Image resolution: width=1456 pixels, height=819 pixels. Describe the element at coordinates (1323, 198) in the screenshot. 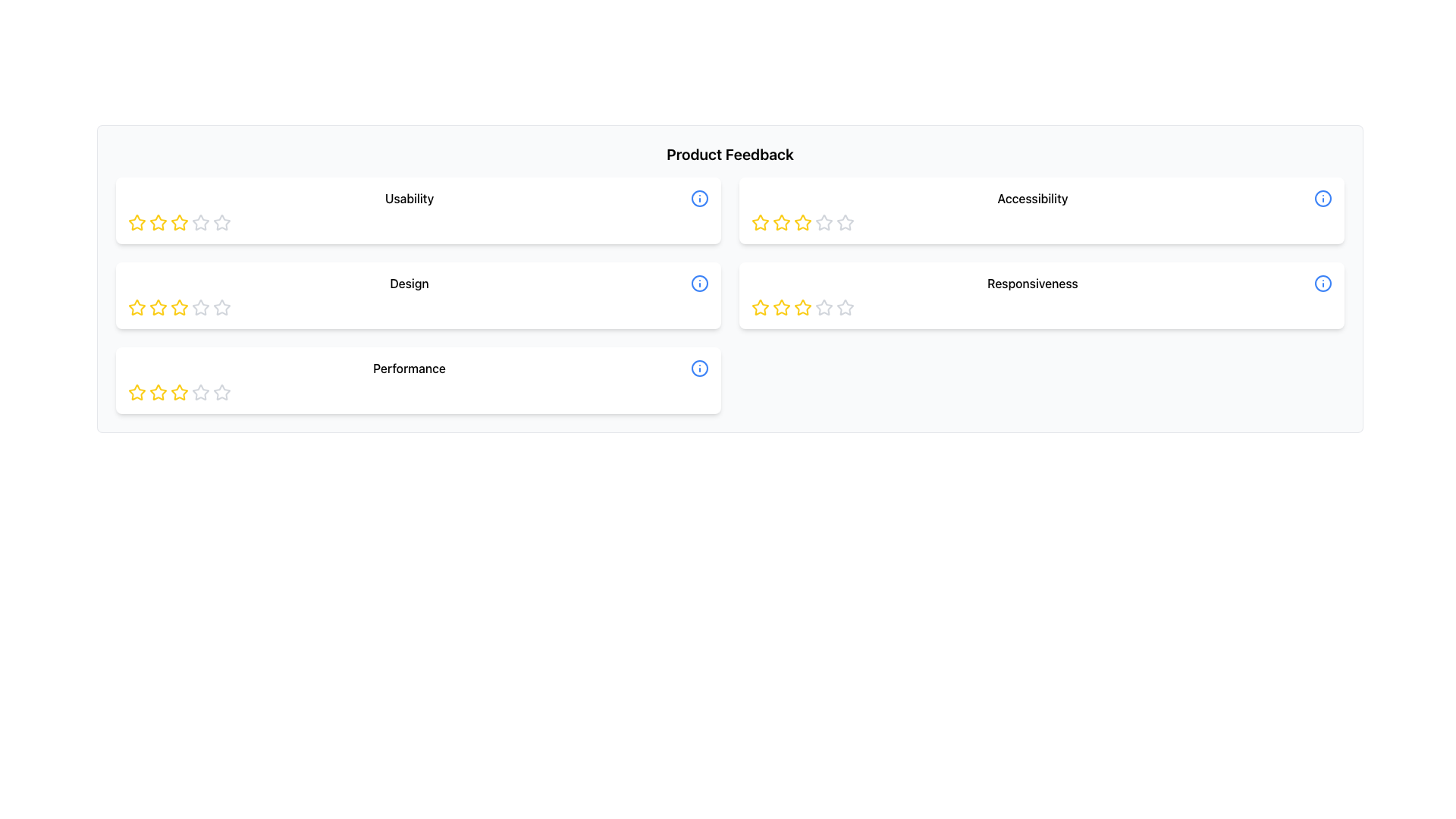

I see `the circular outline of the information icon located to the right of the 'Accessibility' label` at that location.